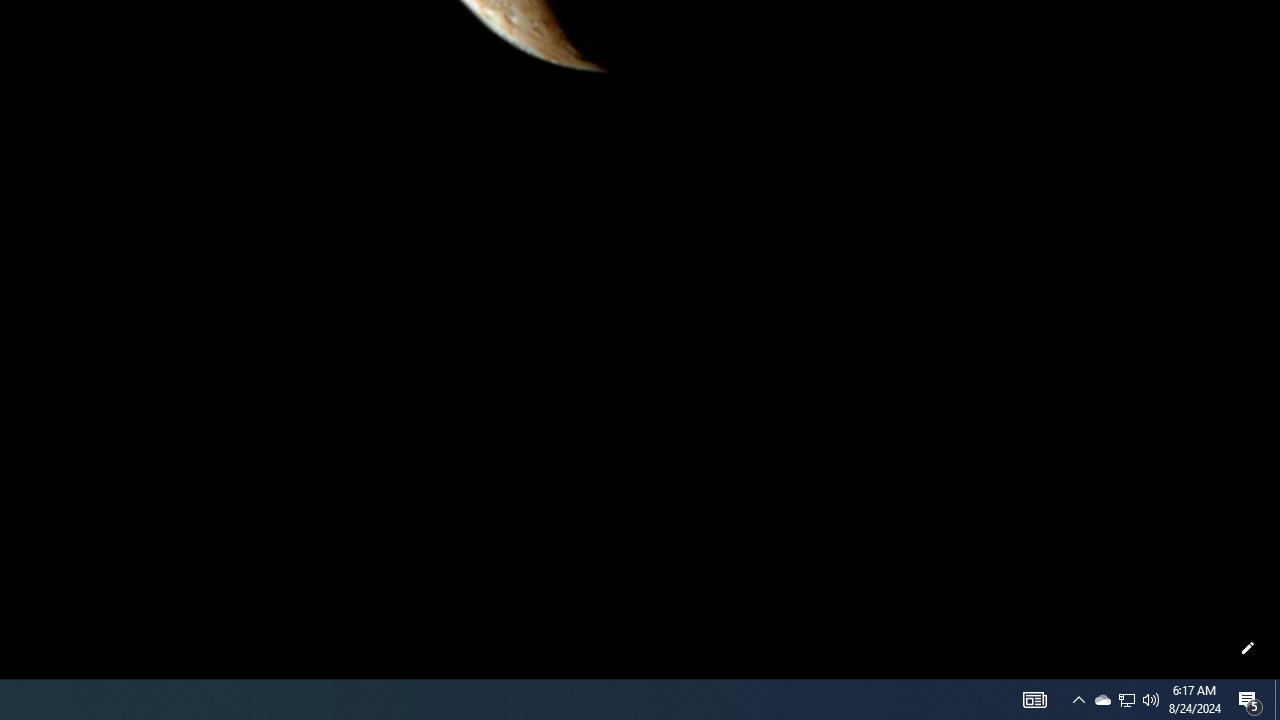 Image resolution: width=1280 pixels, height=720 pixels. Describe the element at coordinates (1247, 648) in the screenshot. I see `'Customize this page'` at that location.